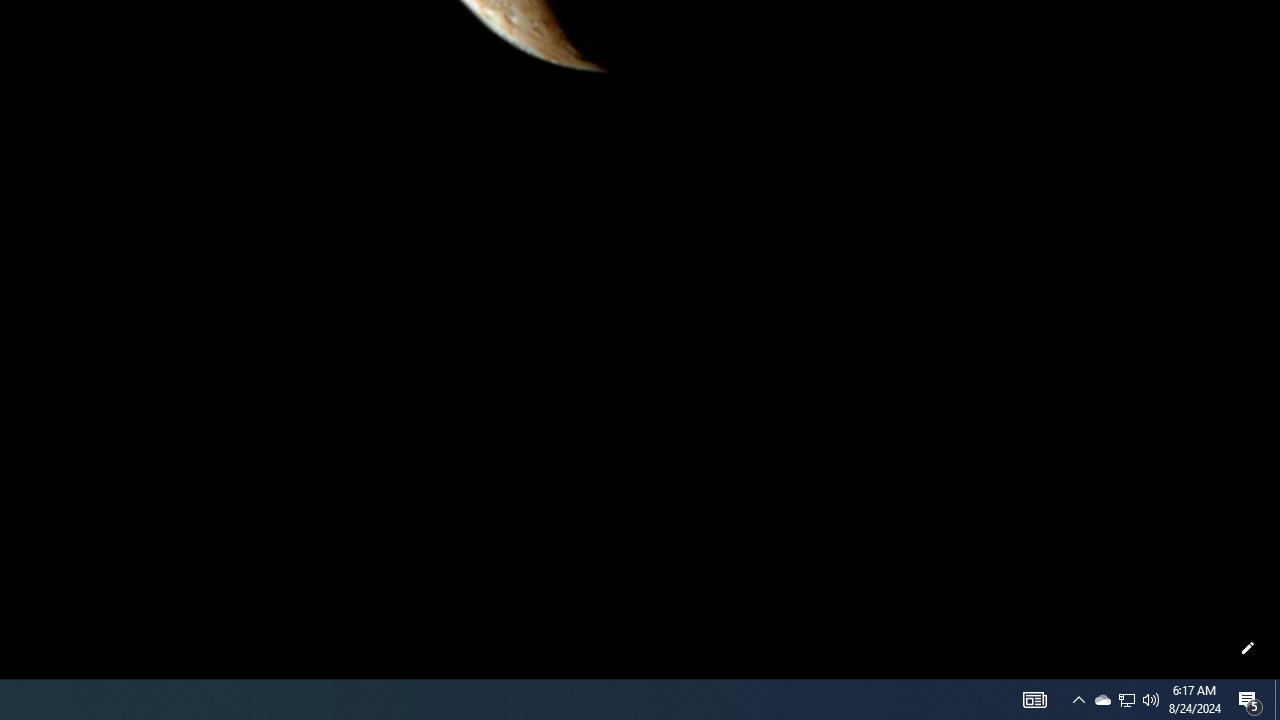 Image resolution: width=1280 pixels, height=720 pixels. Describe the element at coordinates (1247, 648) in the screenshot. I see `'Customize this page'` at that location.